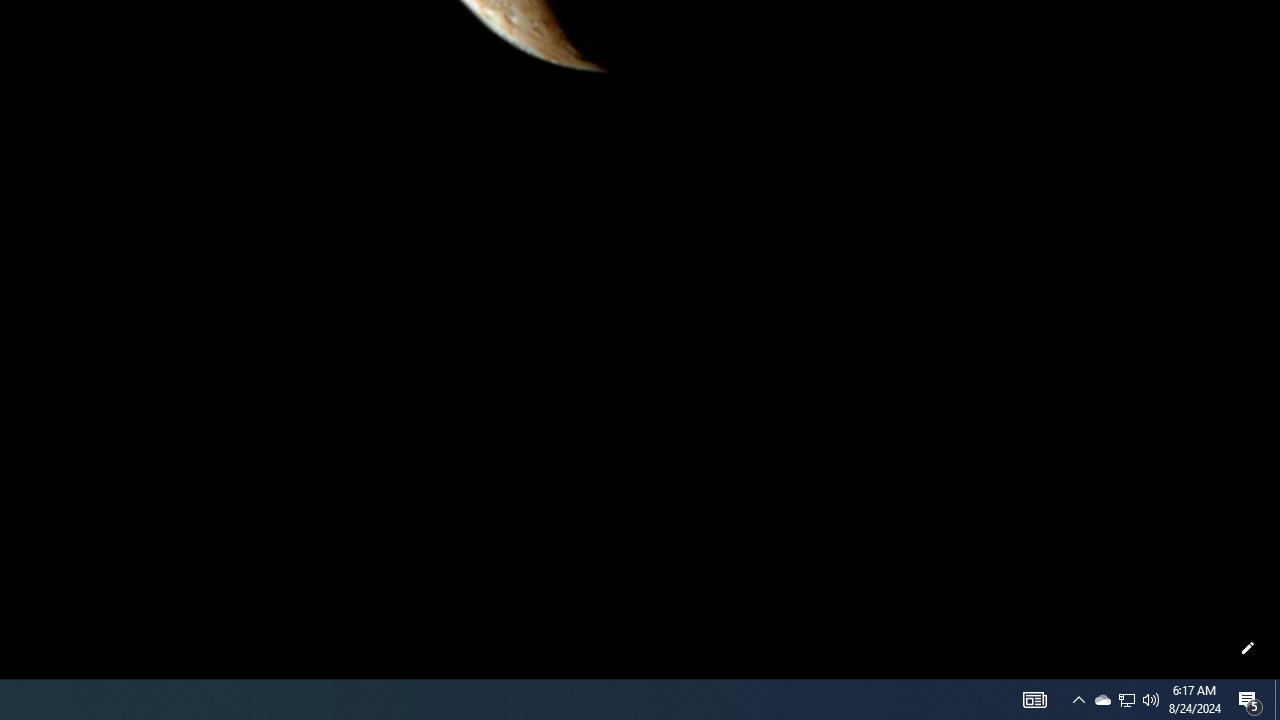 Image resolution: width=1280 pixels, height=720 pixels. Describe the element at coordinates (1247, 648) in the screenshot. I see `'Customize this page'` at that location.